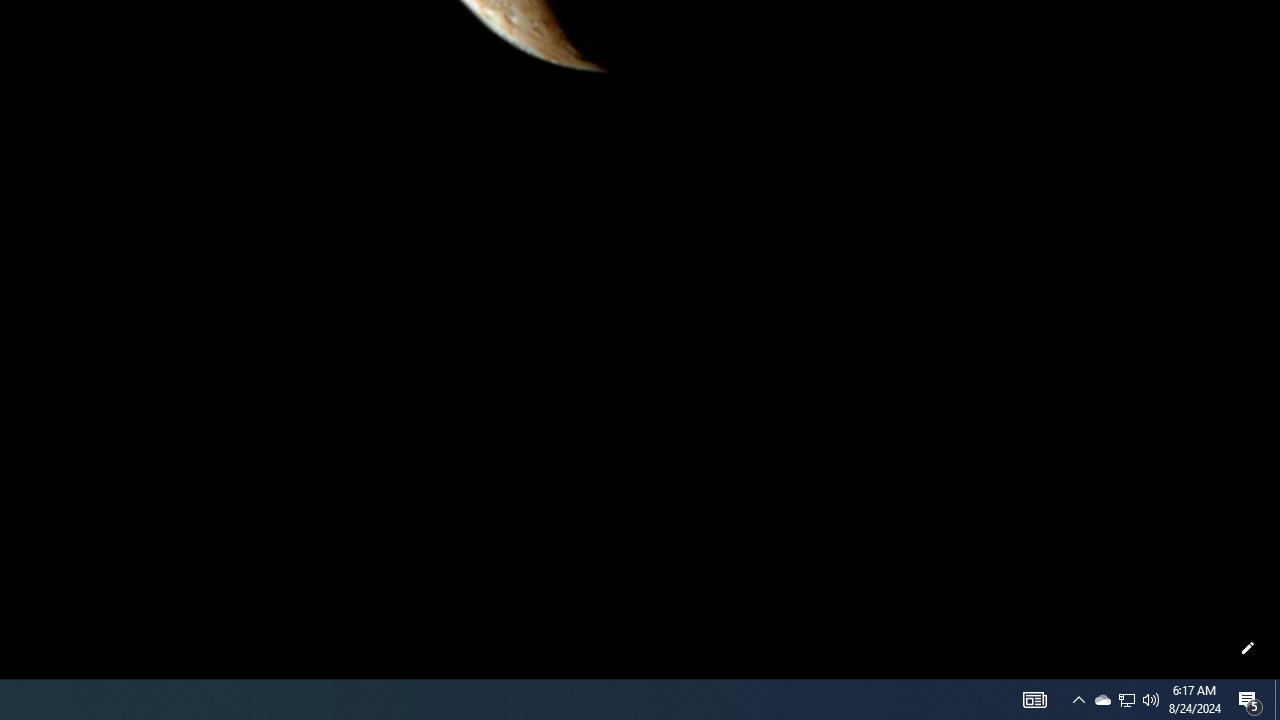 Image resolution: width=1280 pixels, height=720 pixels. Describe the element at coordinates (1247, 648) in the screenshot. I see `'Customize this page'` at that location.